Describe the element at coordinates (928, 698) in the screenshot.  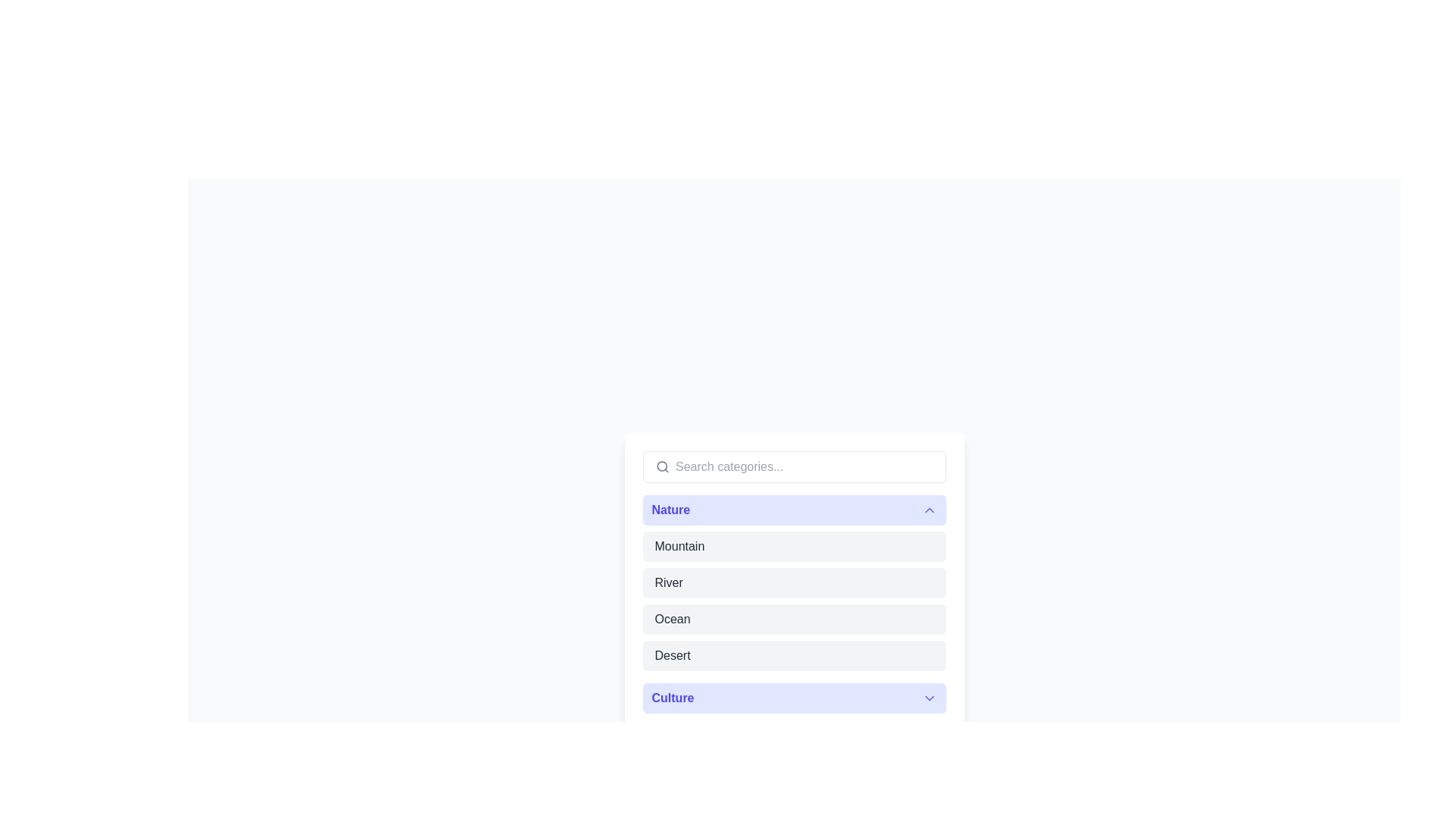
I see `the chevron icon` at that location.